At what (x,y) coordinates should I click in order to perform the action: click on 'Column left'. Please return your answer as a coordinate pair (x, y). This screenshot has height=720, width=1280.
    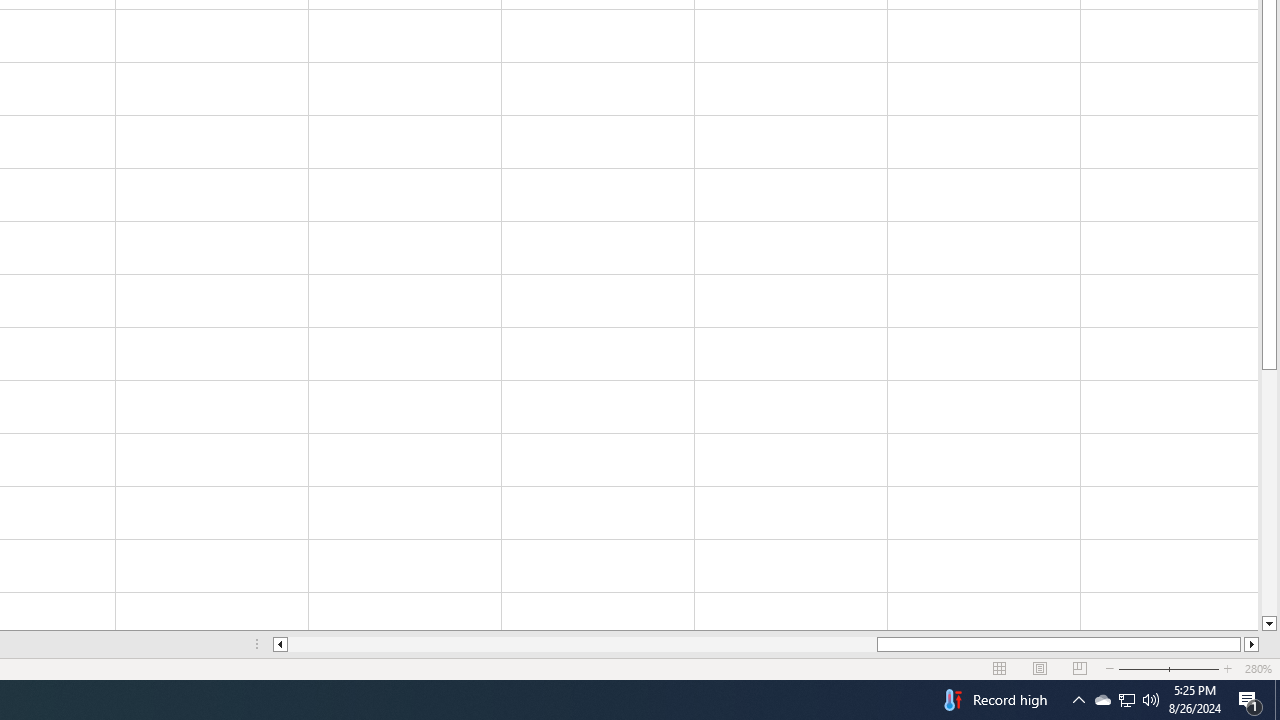
    Looking at the image, I should click on (278, 644).